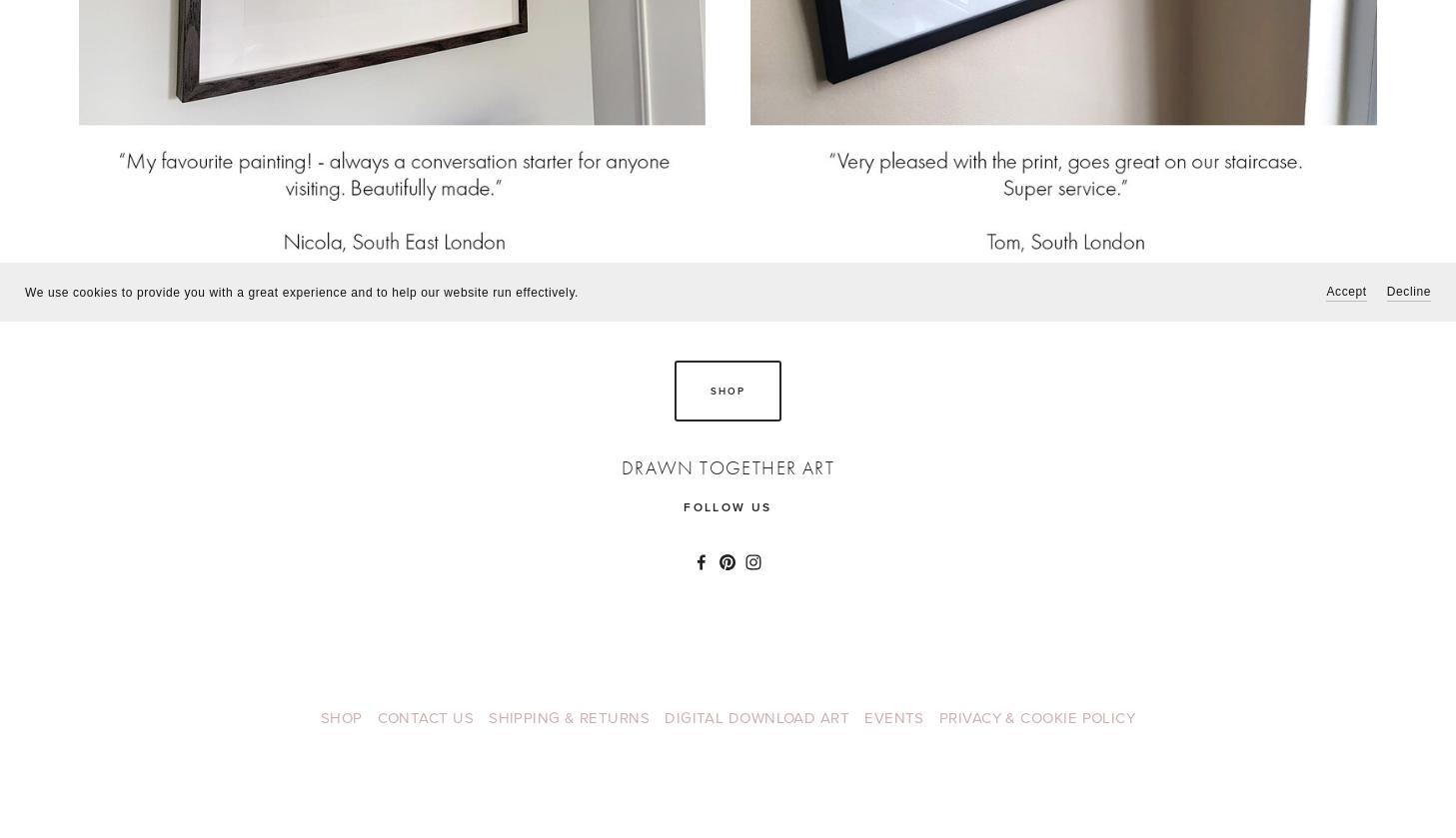  What do you see at coordinates (568, 716) in the screenshot?
I see `'Shipping & Returns'` at bounding box center [568, 716].